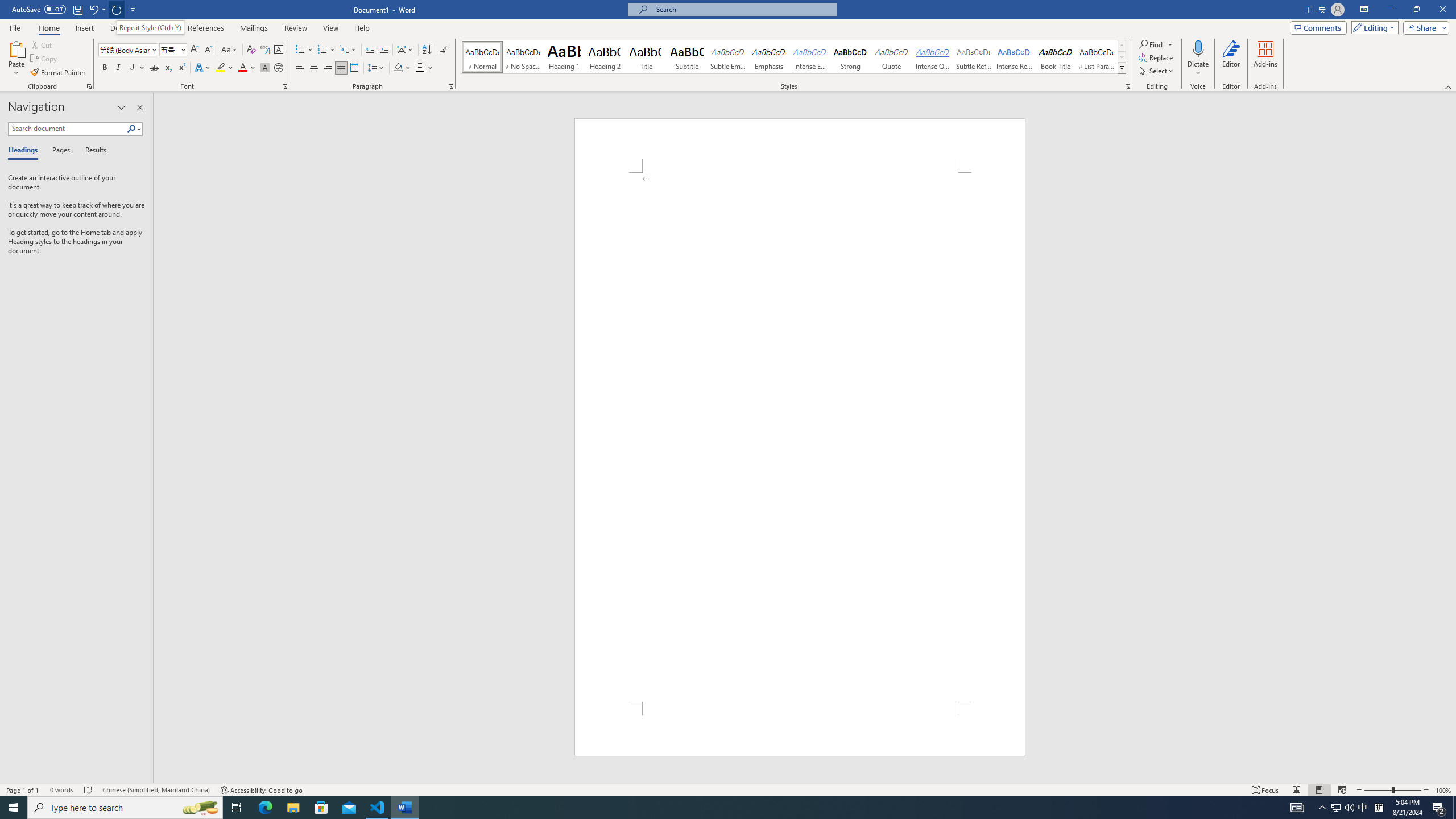 The width and height of the screenshot is (1456, 819). I want to click on 'Emphasis', so click(768, 56).